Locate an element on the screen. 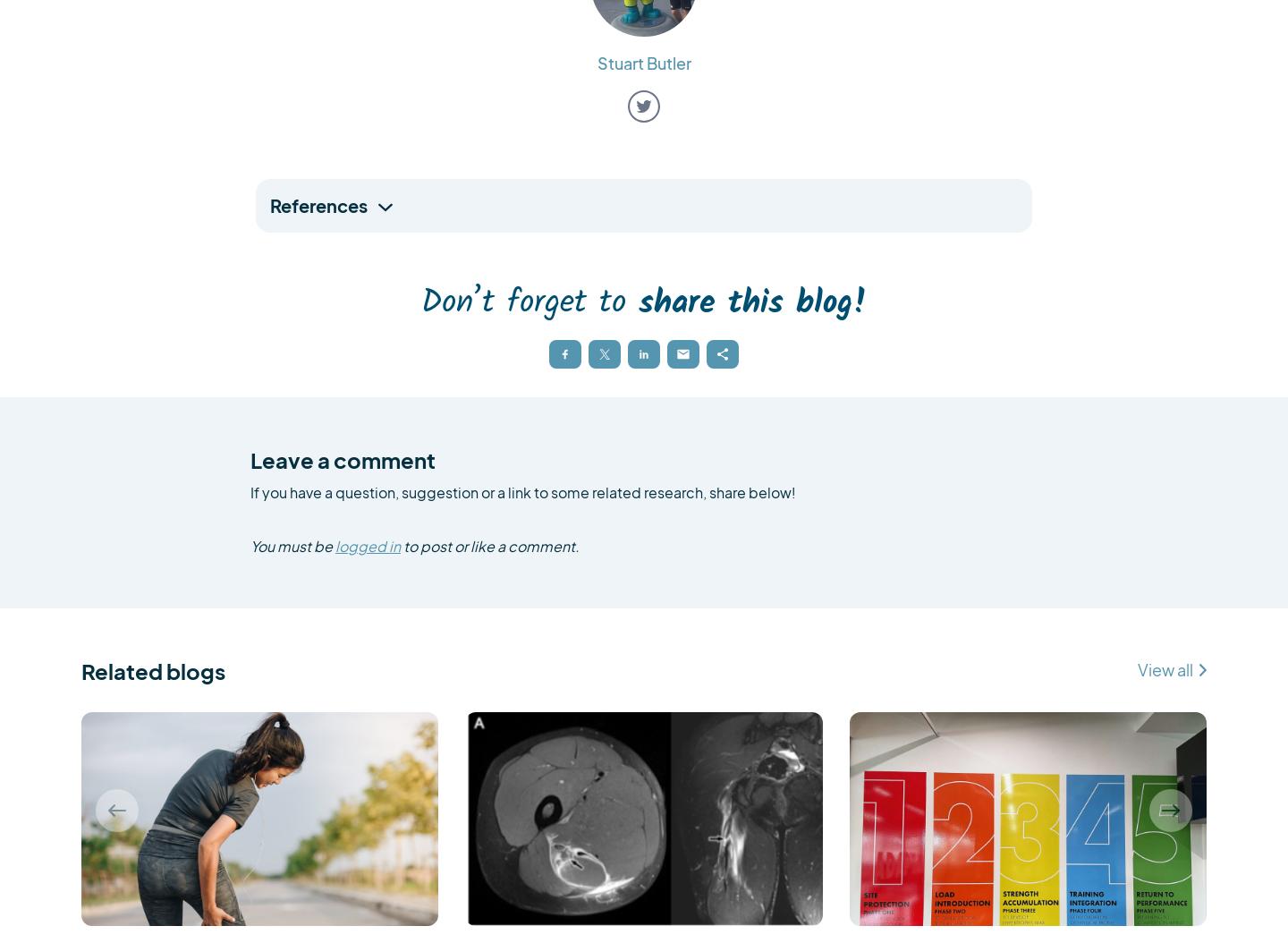 Image resolution: width=1288 pixels, height=943 pixels. 'References' is located at coordinates (269, 204).